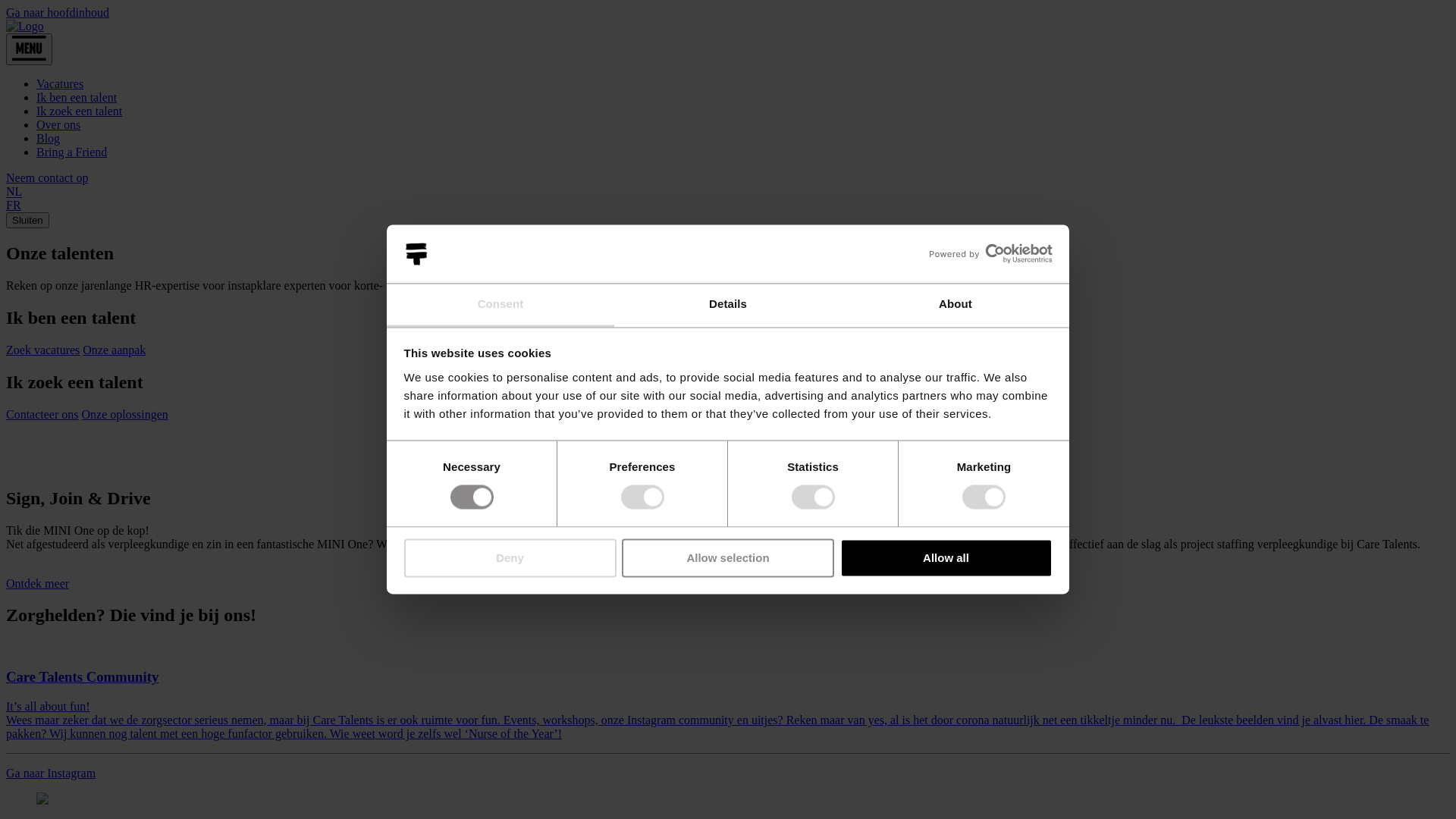 This screenshot has width=1456, height=819. I want to click on 'Onze oplossingen', so click(124, 414).